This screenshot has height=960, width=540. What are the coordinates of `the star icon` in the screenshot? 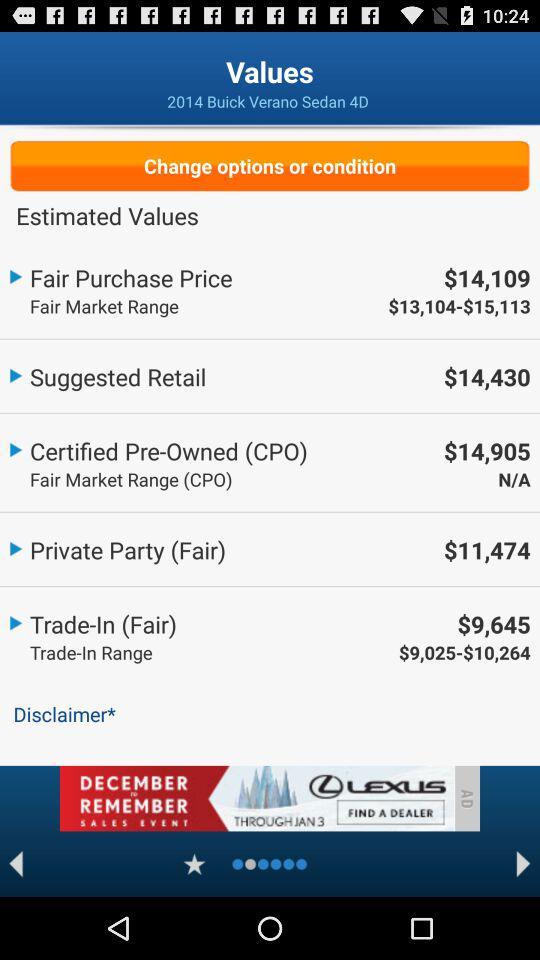 It's located at (194, 924).